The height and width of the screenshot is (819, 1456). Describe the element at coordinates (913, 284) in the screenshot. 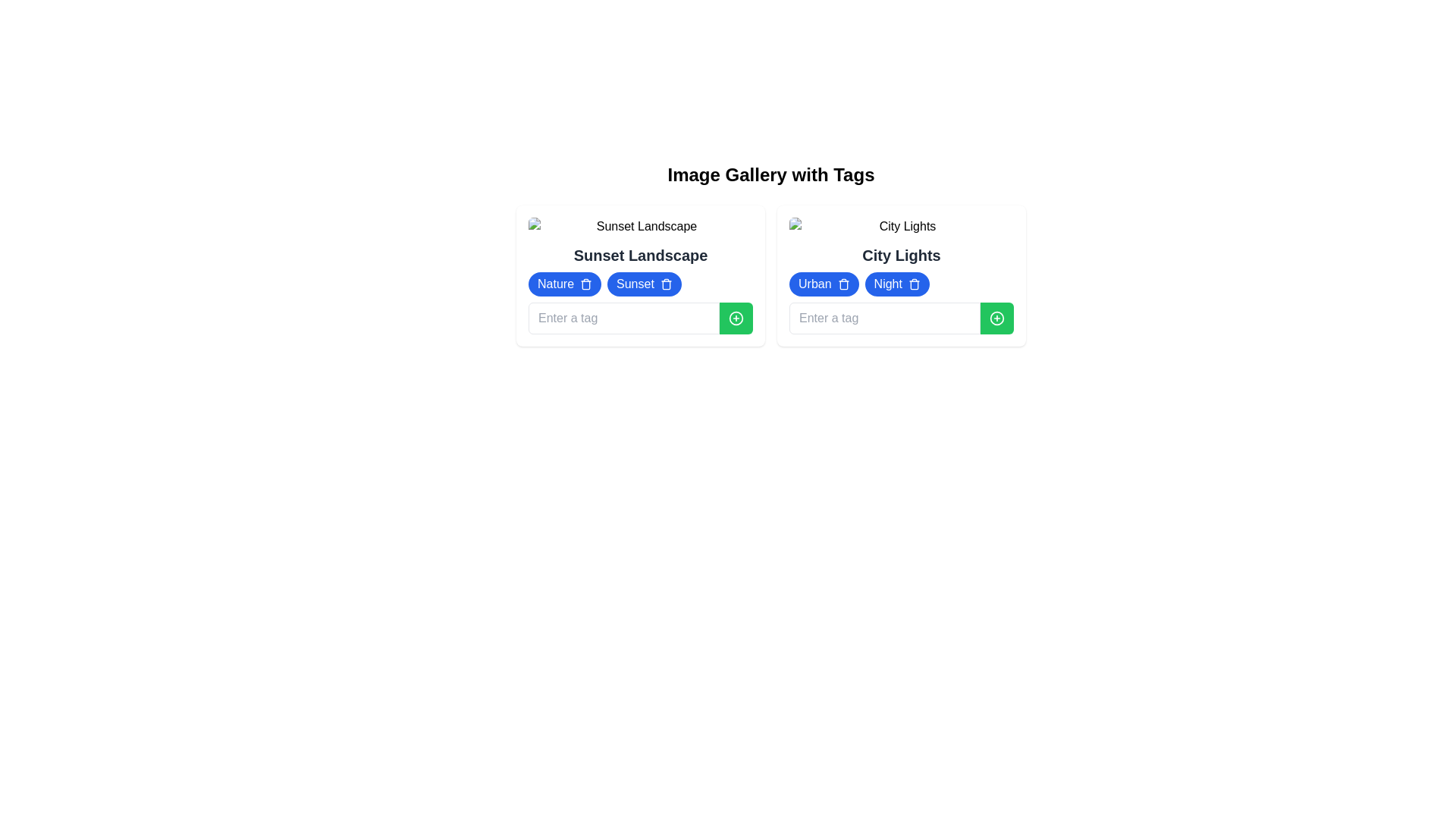

I see `the trash icon with a blue stroke color located within the 'Night' tag of the 'City Lights' card` at that location.